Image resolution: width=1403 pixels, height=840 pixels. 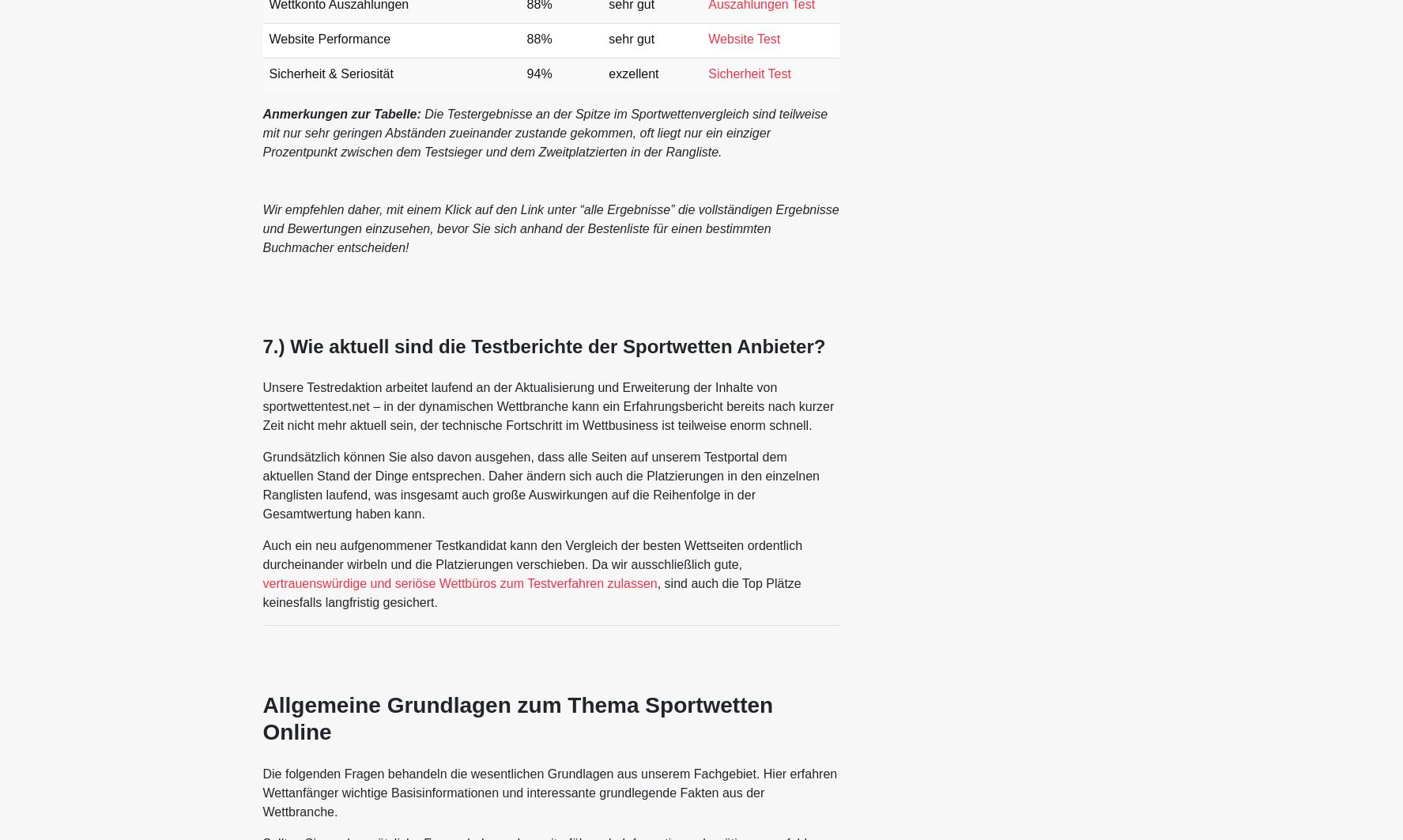 What do you see at coordinates (631, 39) in the screenshot?
I see `'sehr gut'` at bounding box center [631, 39].